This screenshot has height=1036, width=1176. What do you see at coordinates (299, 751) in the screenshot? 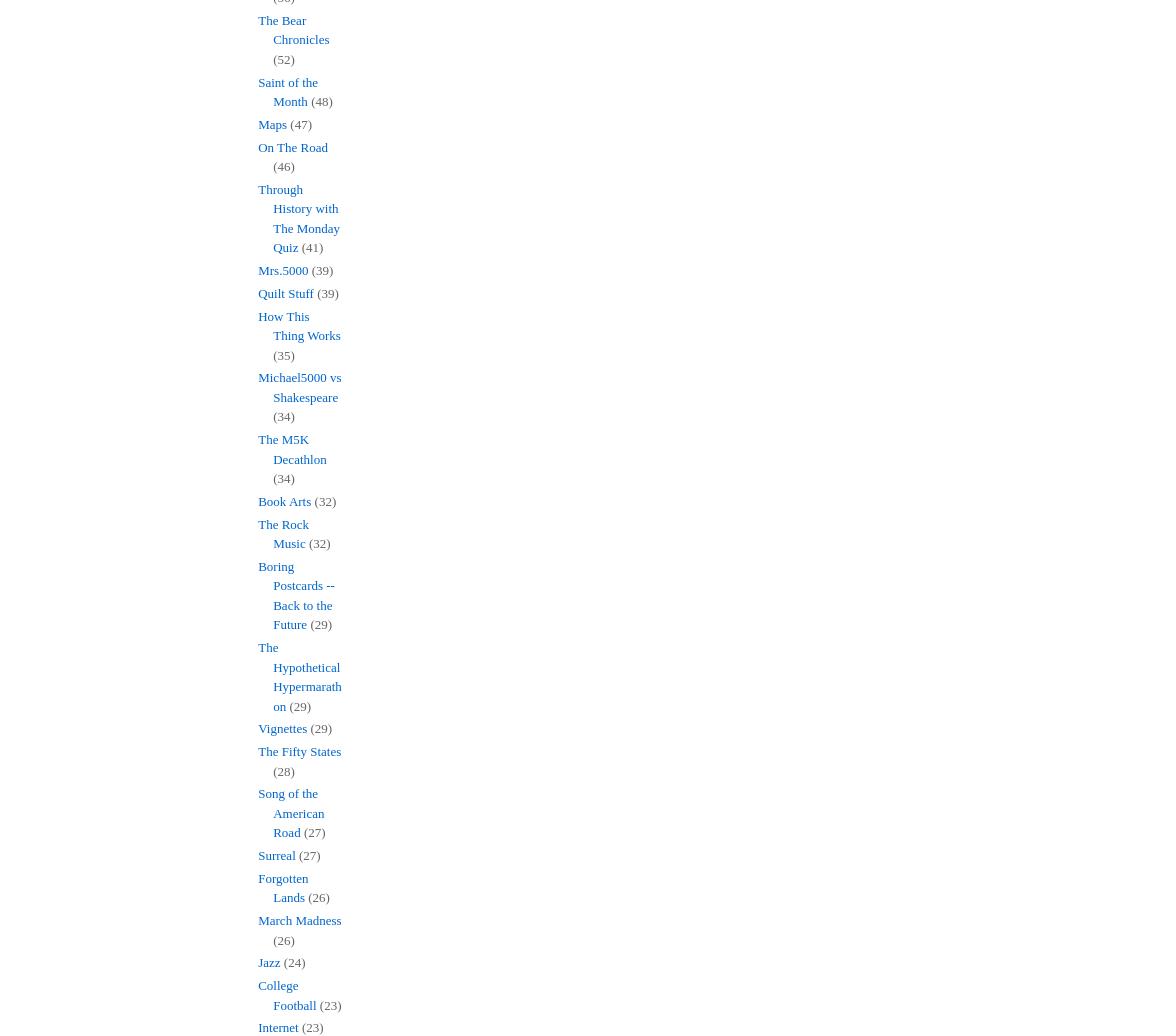
I see `'The Fifty States'` at bounding box center [299, 751].